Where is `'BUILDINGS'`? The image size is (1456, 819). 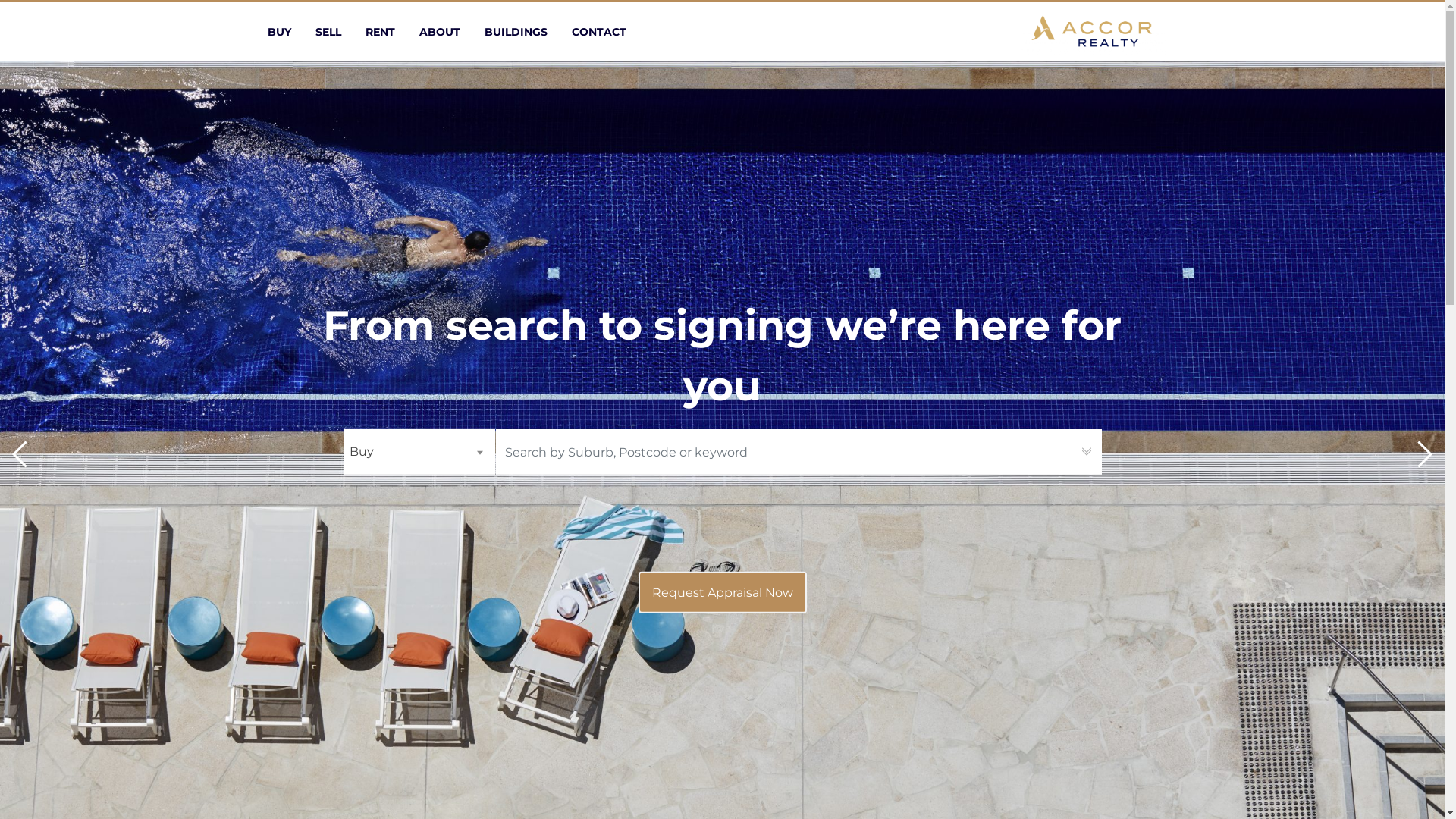
'BUILDINGS' is located at coordinates (483, 32).